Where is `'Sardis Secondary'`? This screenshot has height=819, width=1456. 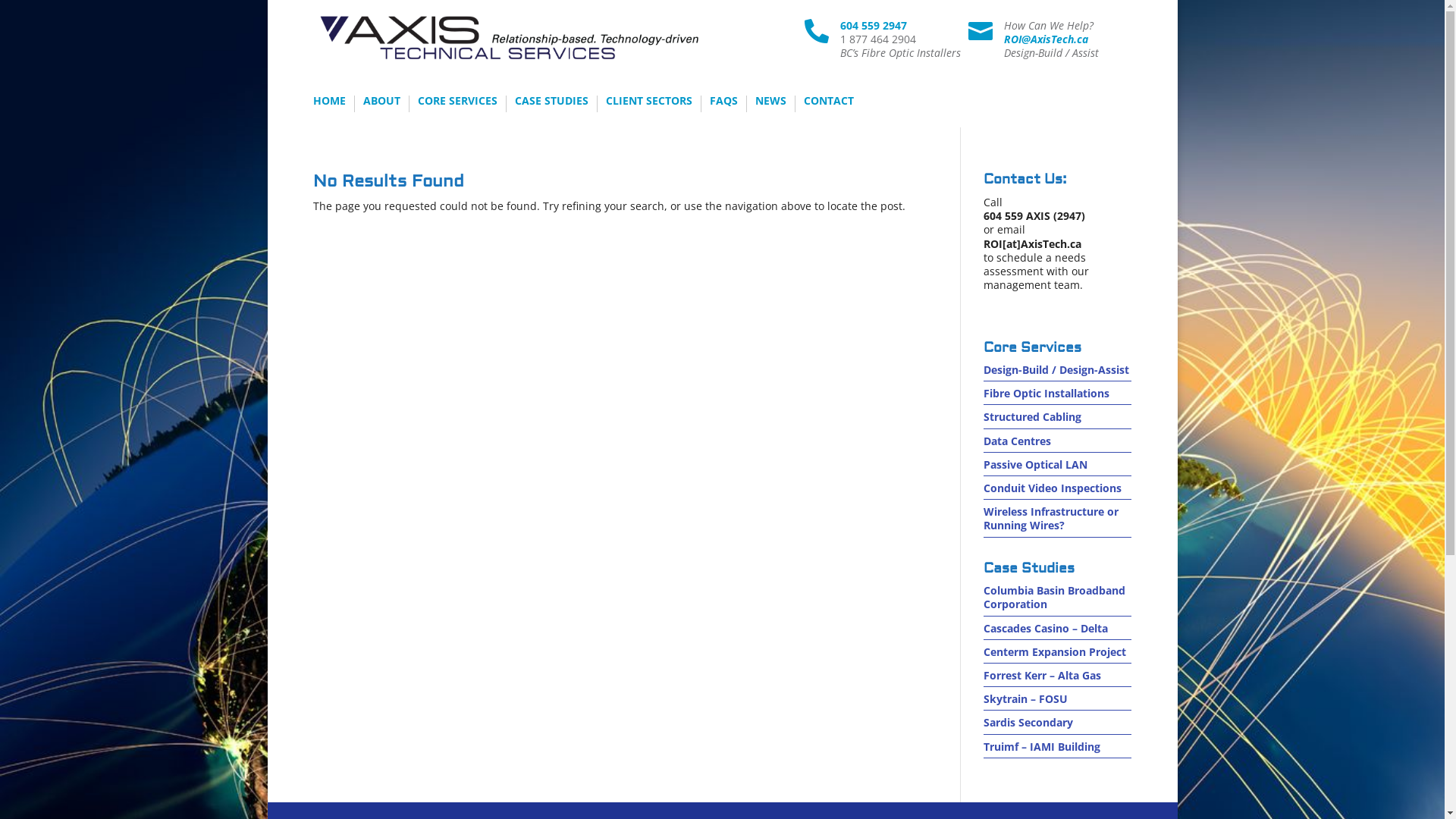 'Sardis Secondary' is located at coordinates (1028, 721).